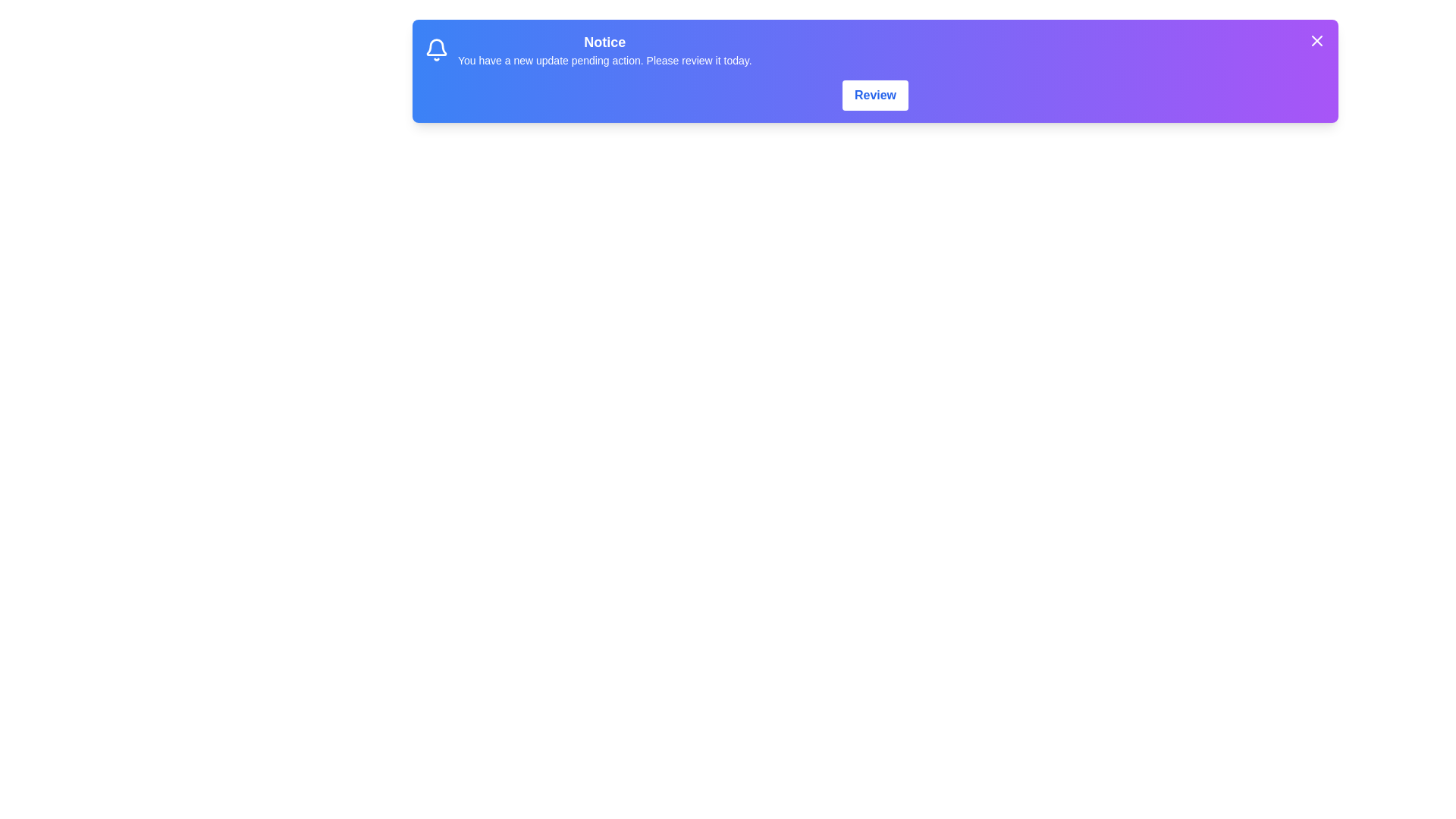 The height and width of the screenshot is (819, 1456). Describe the element at coordinates (604, 42) in the screenshot. I see `text of the headline Text Label located in the center-left portion of the notification banner, above the description message` at that location.